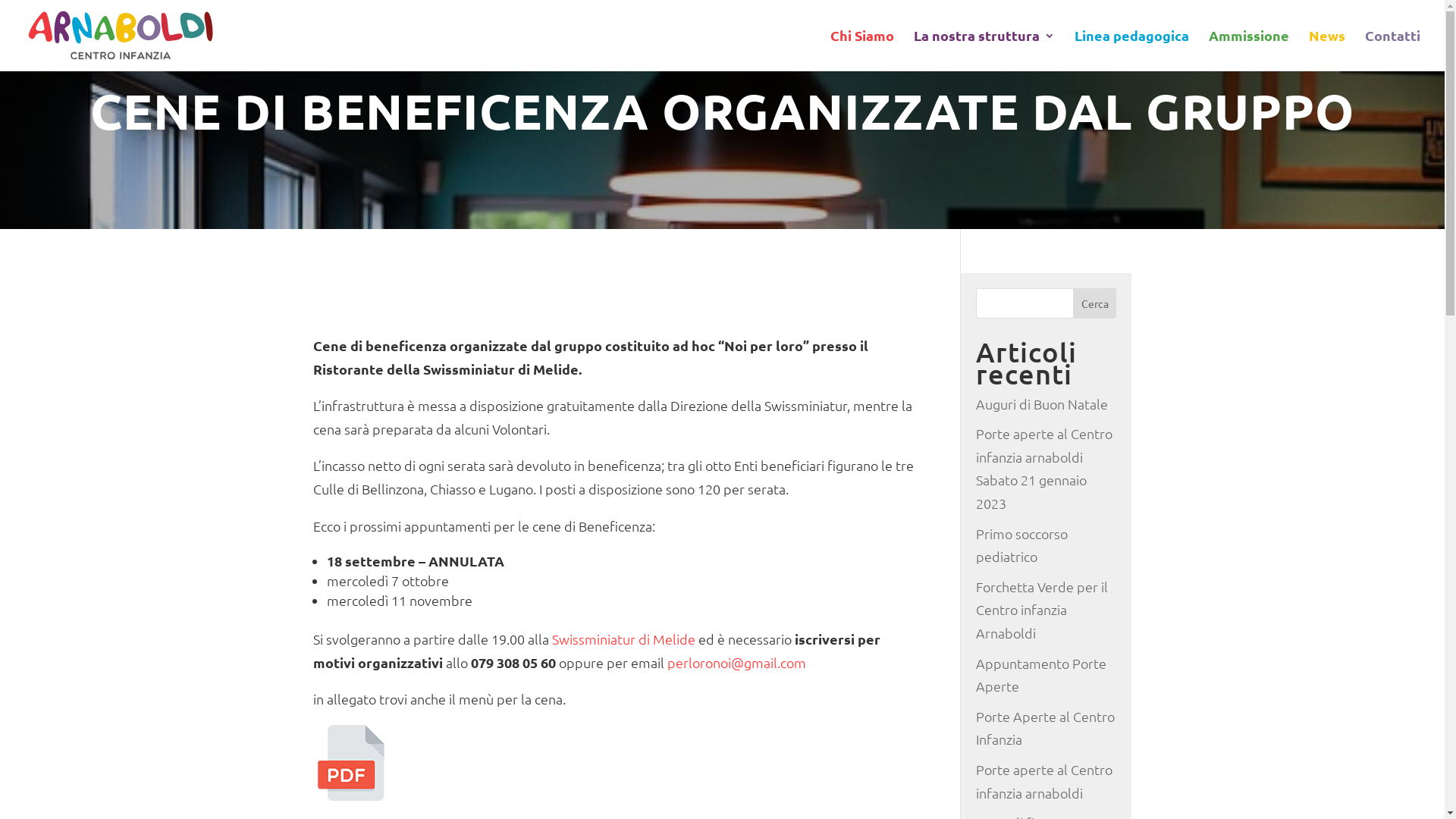 This screenshot has height=819, width=1456. Describe the element at coordinates (1040, 403) in the screenshot. I see `'Auguri di Buon Natale'` at that location.